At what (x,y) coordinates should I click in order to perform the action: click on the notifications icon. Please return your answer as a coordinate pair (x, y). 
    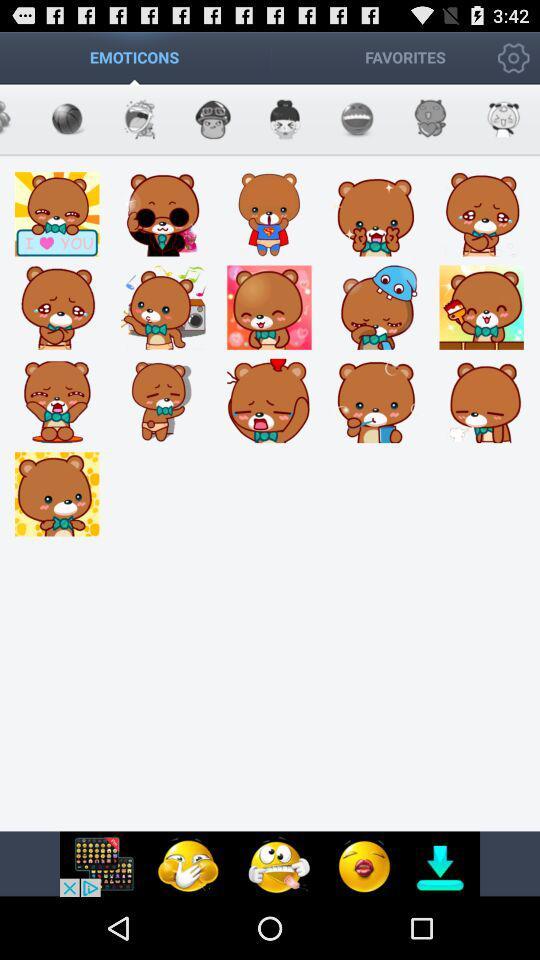
    Looking at the image, I should click on (284, 126).